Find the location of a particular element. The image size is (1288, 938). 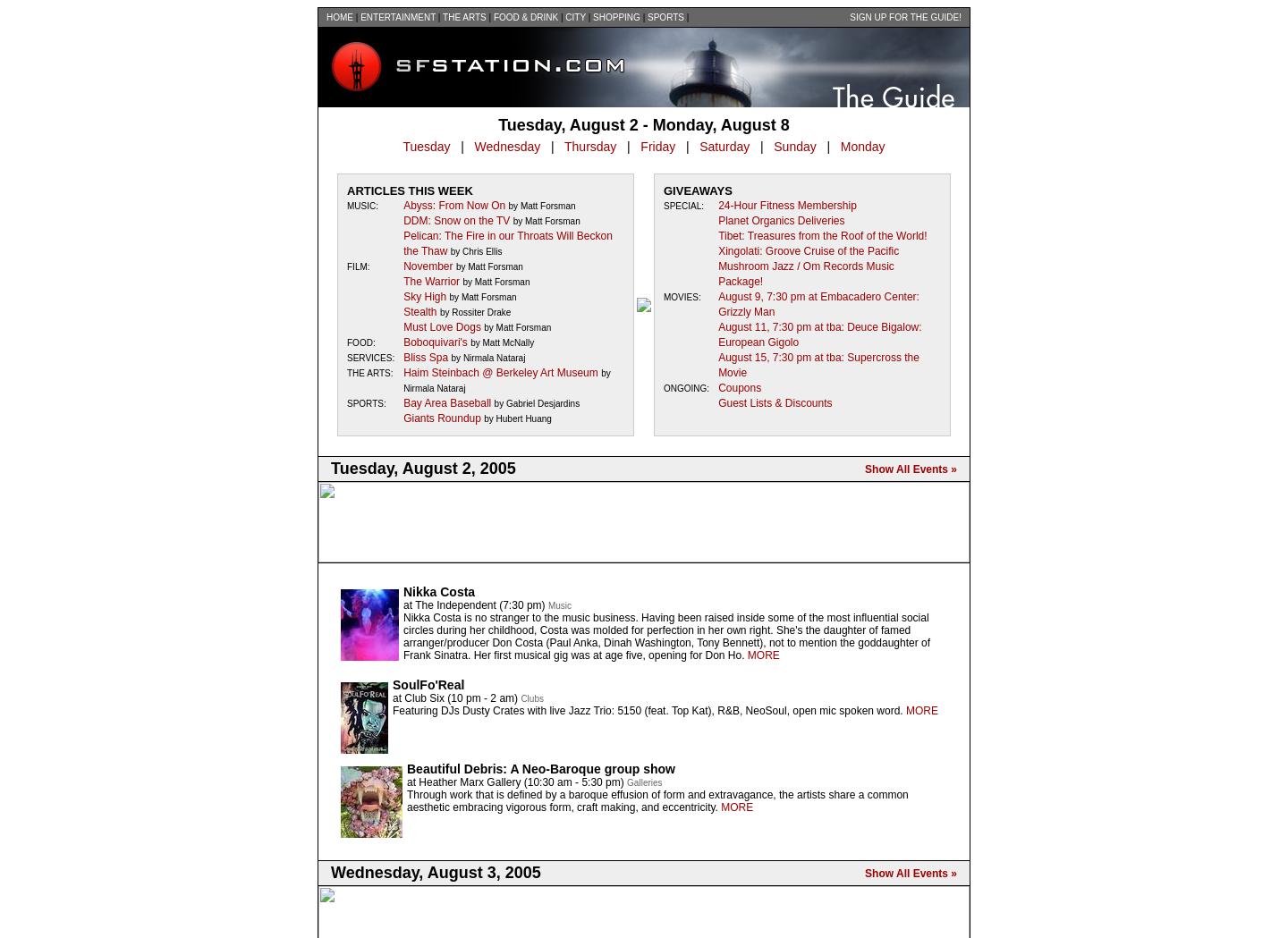

'Pelican: The Fire in our Throats Will Beckon the Thaw' is located at coordinates (507, 242).